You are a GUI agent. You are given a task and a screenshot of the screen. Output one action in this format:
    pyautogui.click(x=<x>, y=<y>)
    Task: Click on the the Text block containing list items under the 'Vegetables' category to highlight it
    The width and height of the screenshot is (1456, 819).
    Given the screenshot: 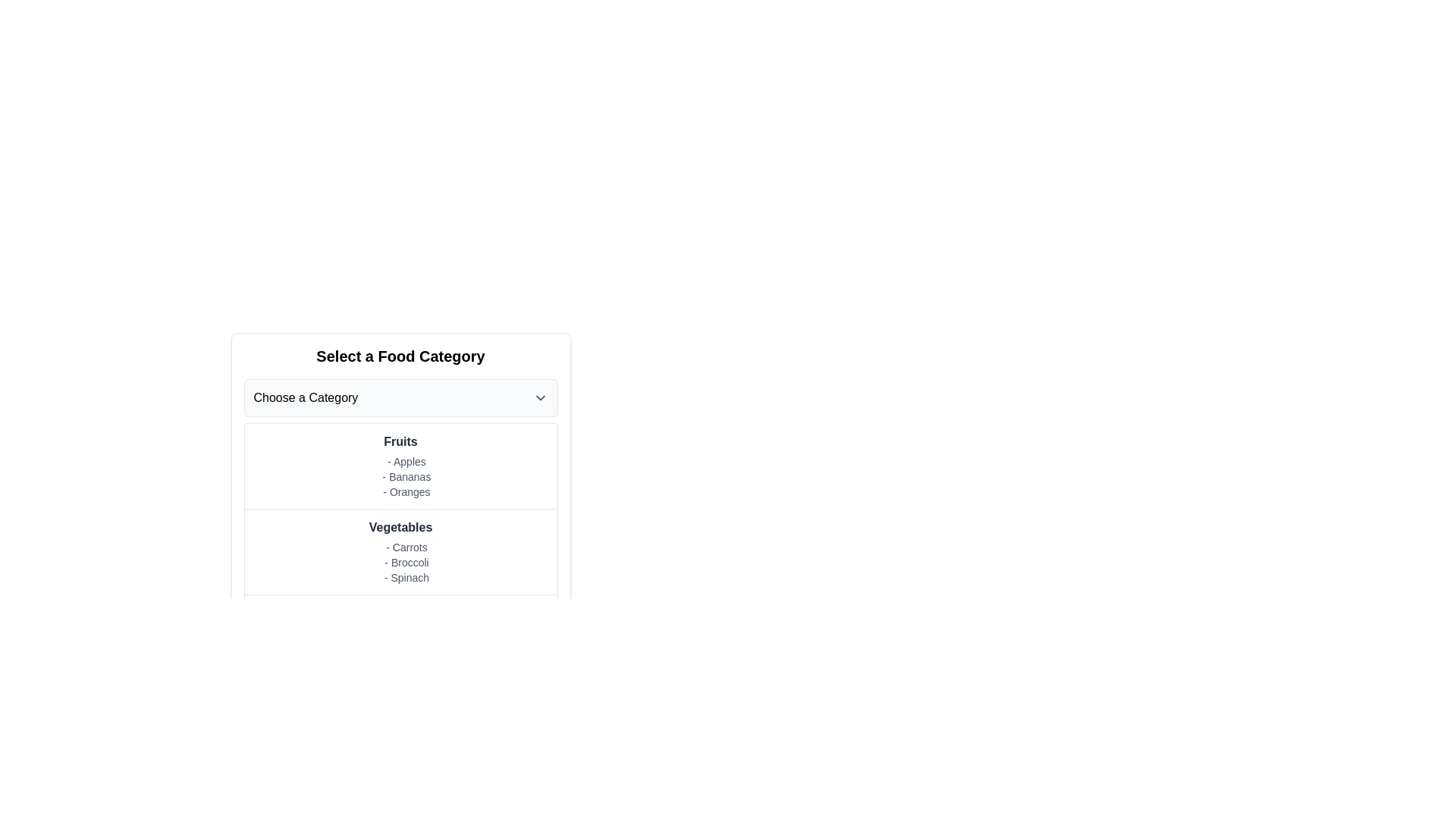 What is the action you would take?
    pyautogui.click(x=400, y=561)
    